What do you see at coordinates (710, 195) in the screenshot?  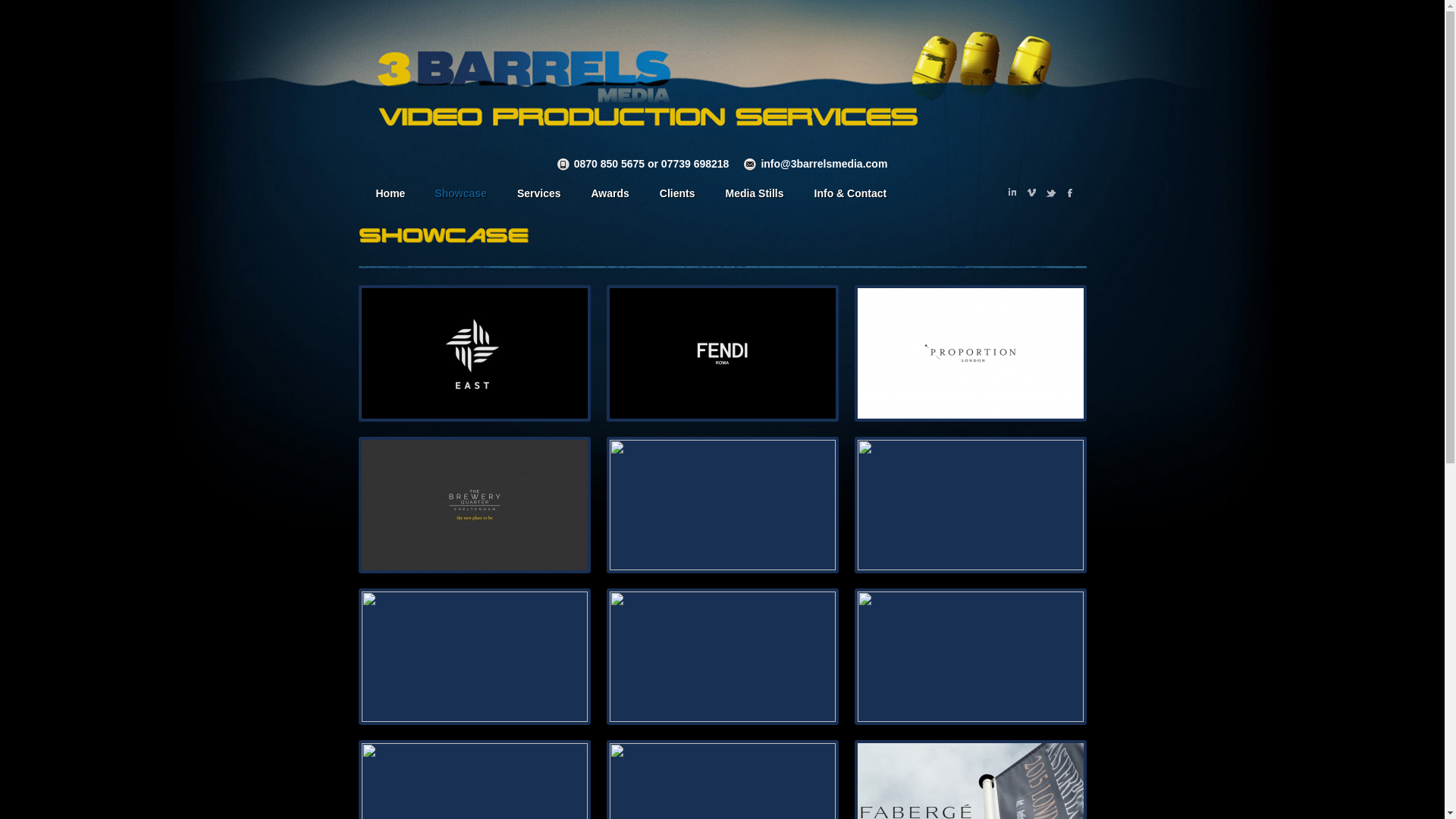 I see `'Media Stills'` at bounding box center [710, 195].